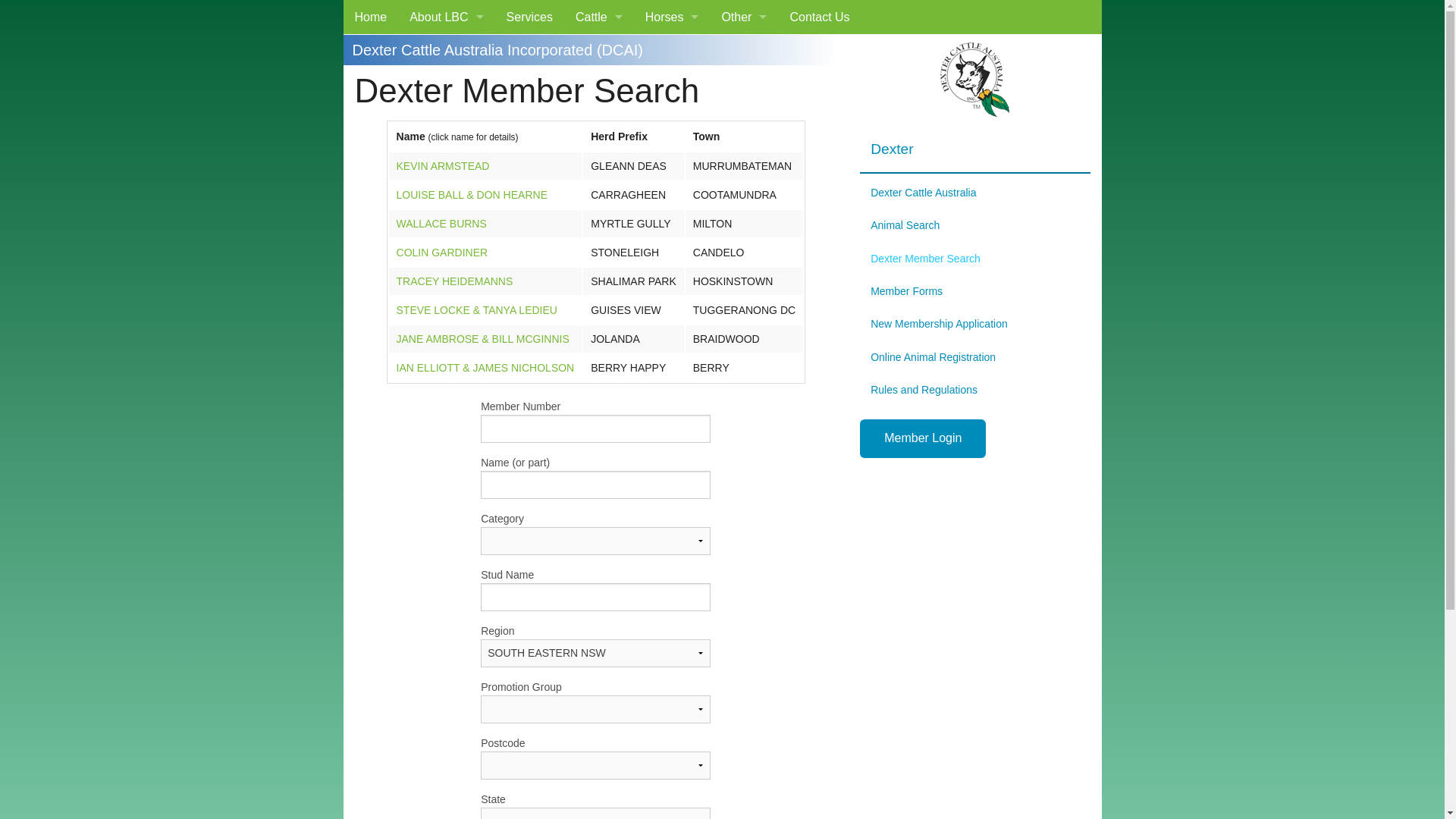  I want to click on 'Services', so click(529, 17).